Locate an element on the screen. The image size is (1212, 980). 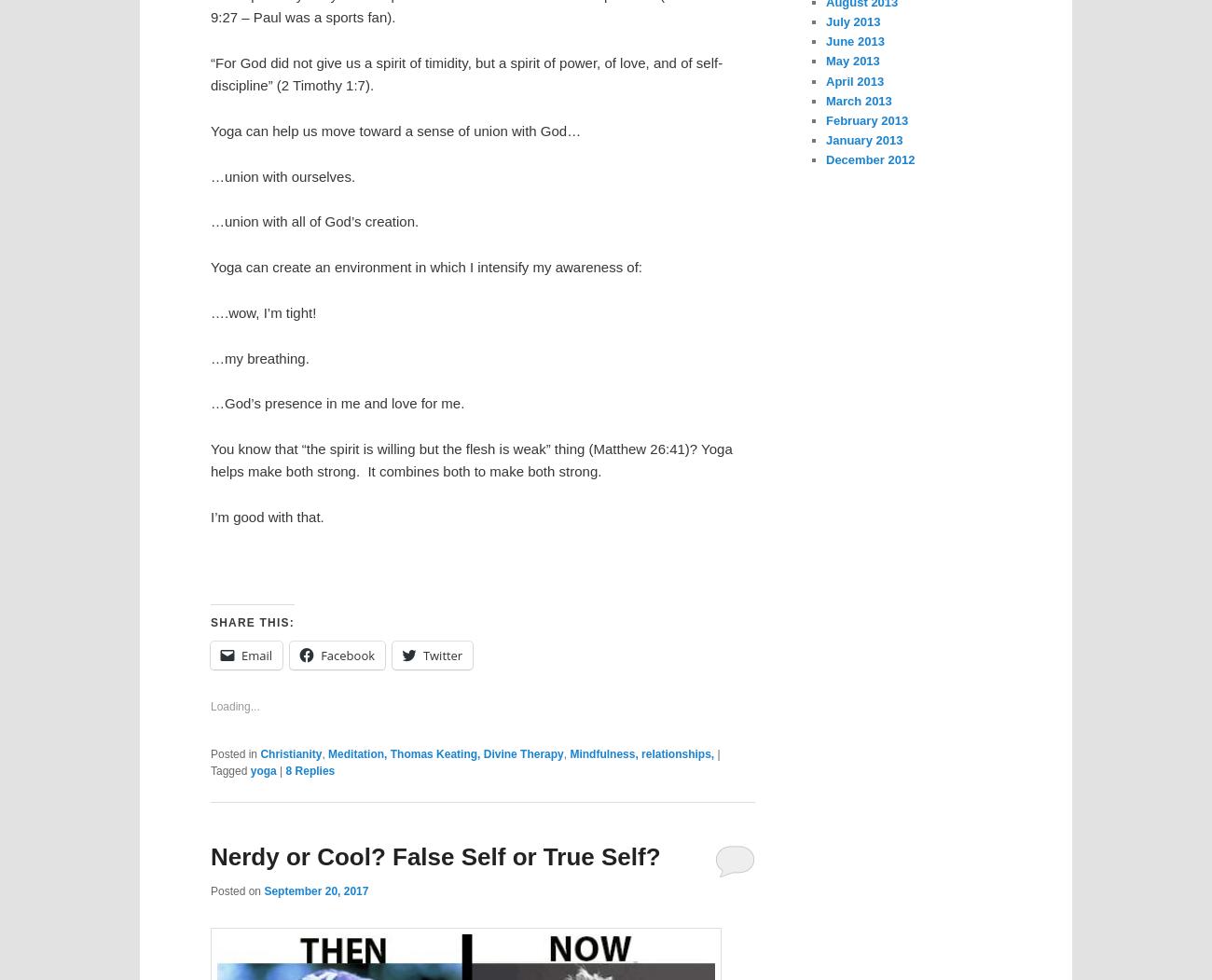
'Loading...' is located at coordinates (233, 706).